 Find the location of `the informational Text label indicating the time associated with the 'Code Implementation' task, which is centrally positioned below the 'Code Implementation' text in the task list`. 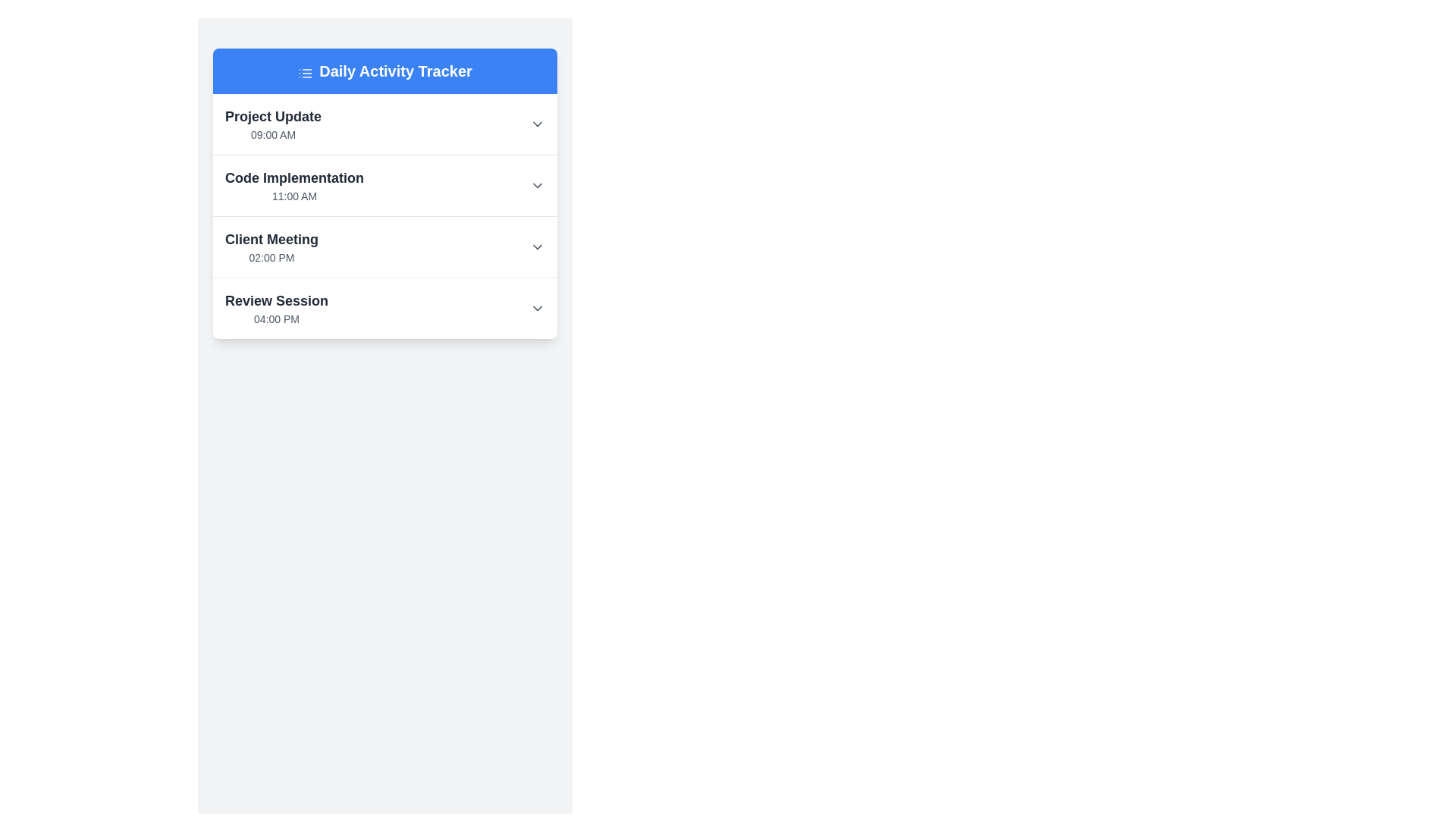

the informational Text label indicating the time associated with the 'Code Implementation' task, which is centrally positioned below the 'Code Implementation' text in the task list is located at coordinates (294, 195).